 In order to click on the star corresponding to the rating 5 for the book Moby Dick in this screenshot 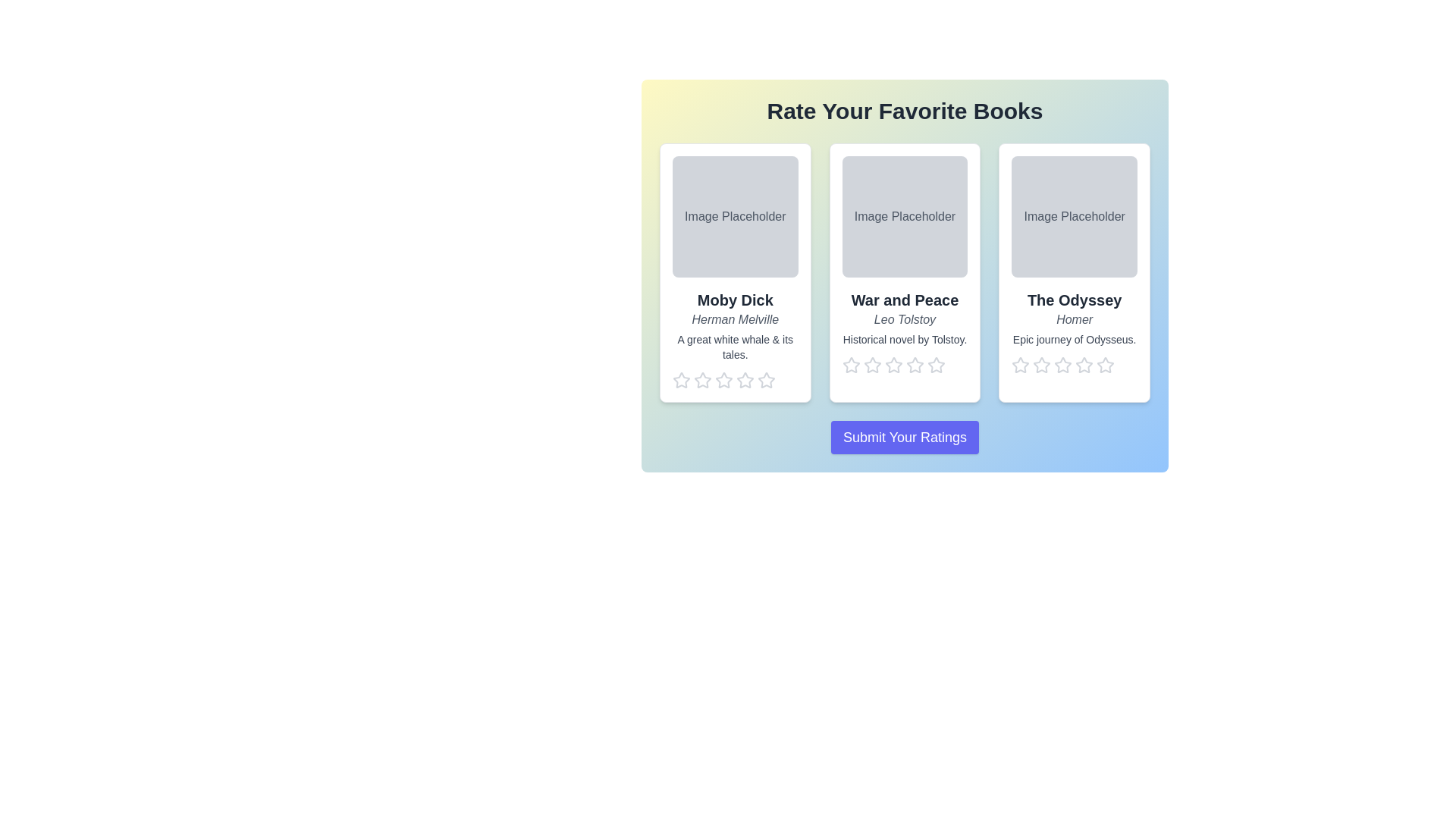, I will do `click(767, 379)`.